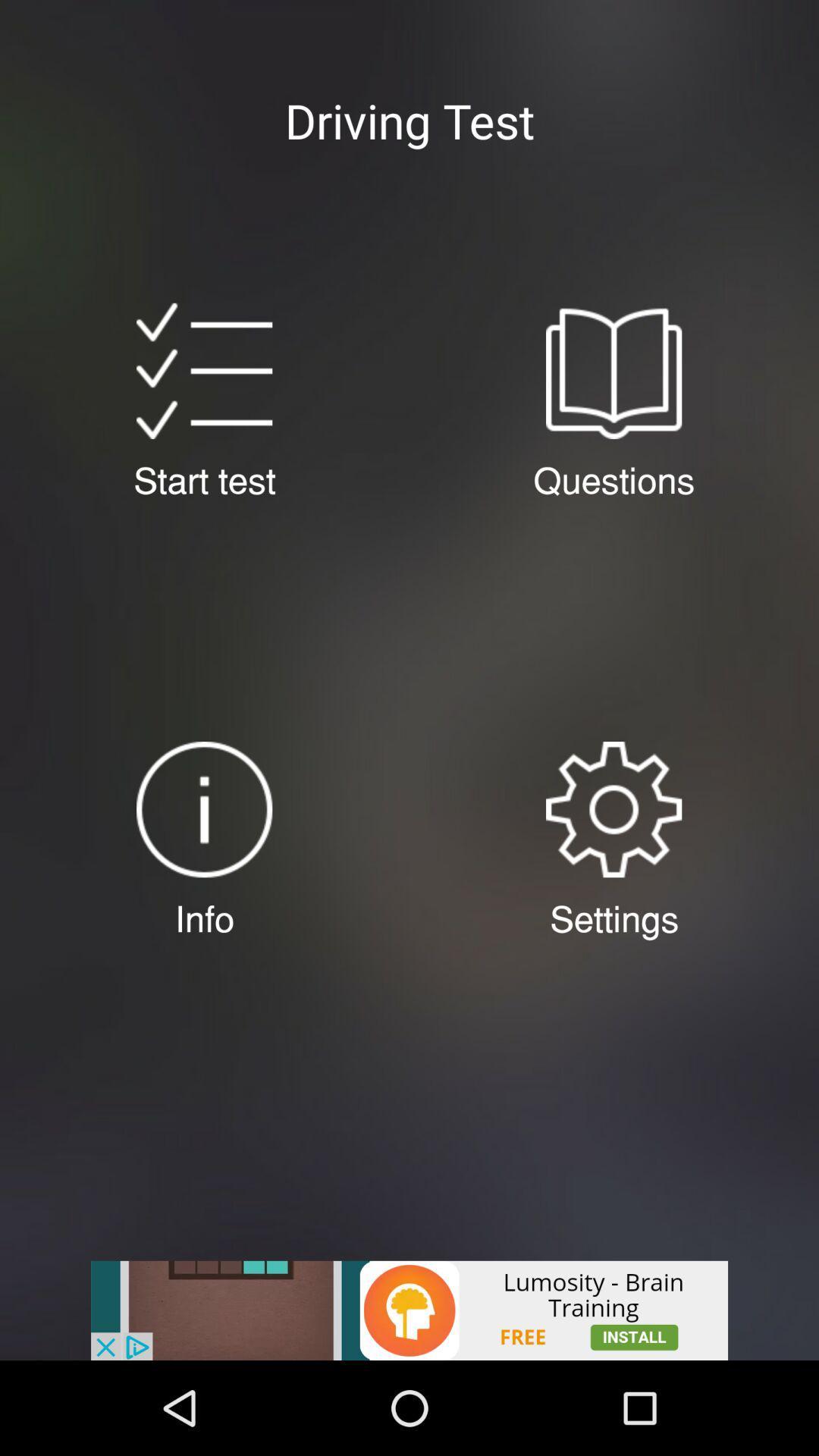  Describe the element at coordinates (409, 1310) in the screenshot. I see `the advertisement` at that location.